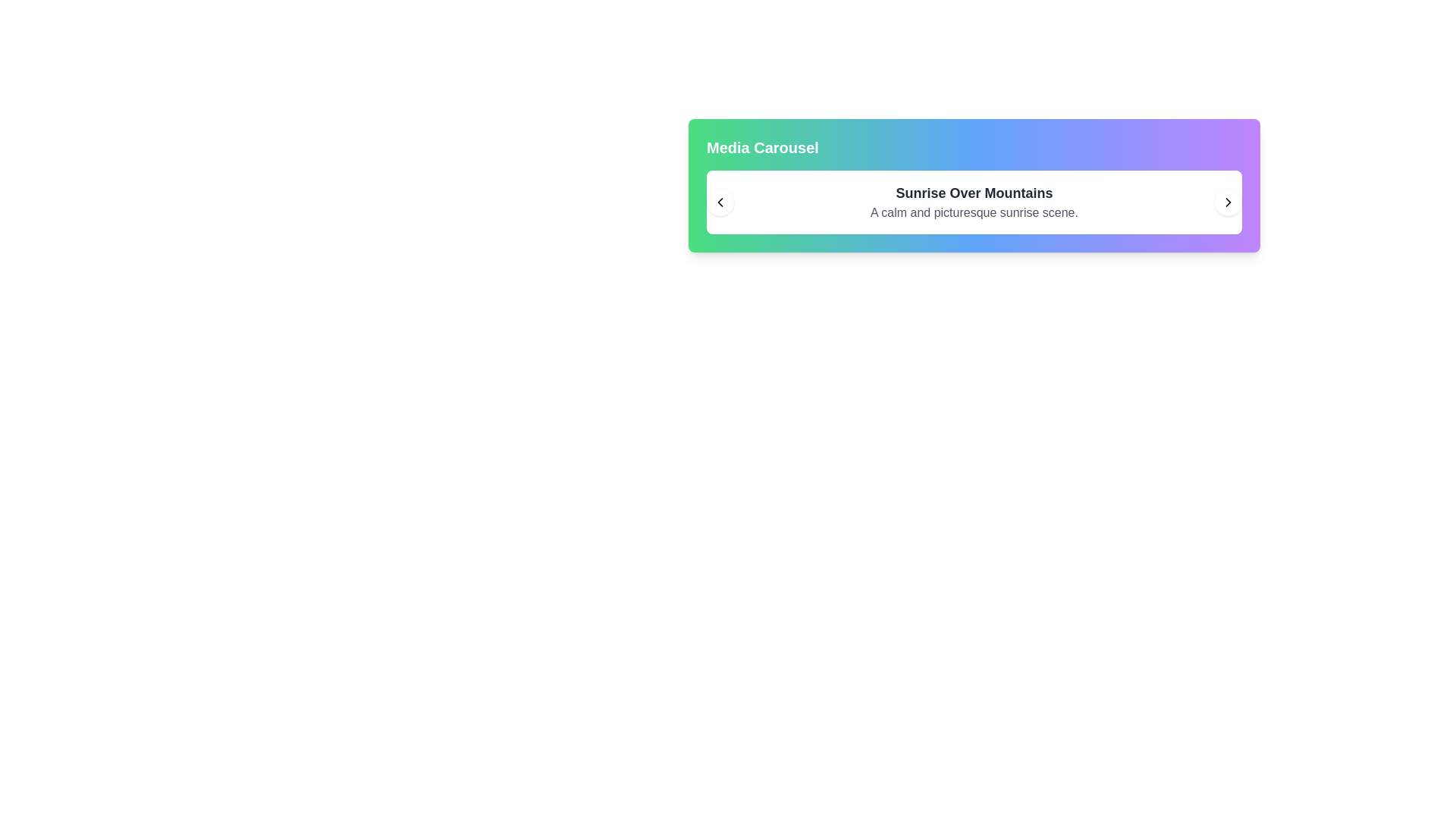 The width and height of the screenshot is (1456, 819). Describe the element at coordinates (974, 213) in the screenshot. I see `the static text content providing details about the heading 'Sunrise Over Mountains', which is positioned below the heading within a rounded and shadowed white background` at that location.